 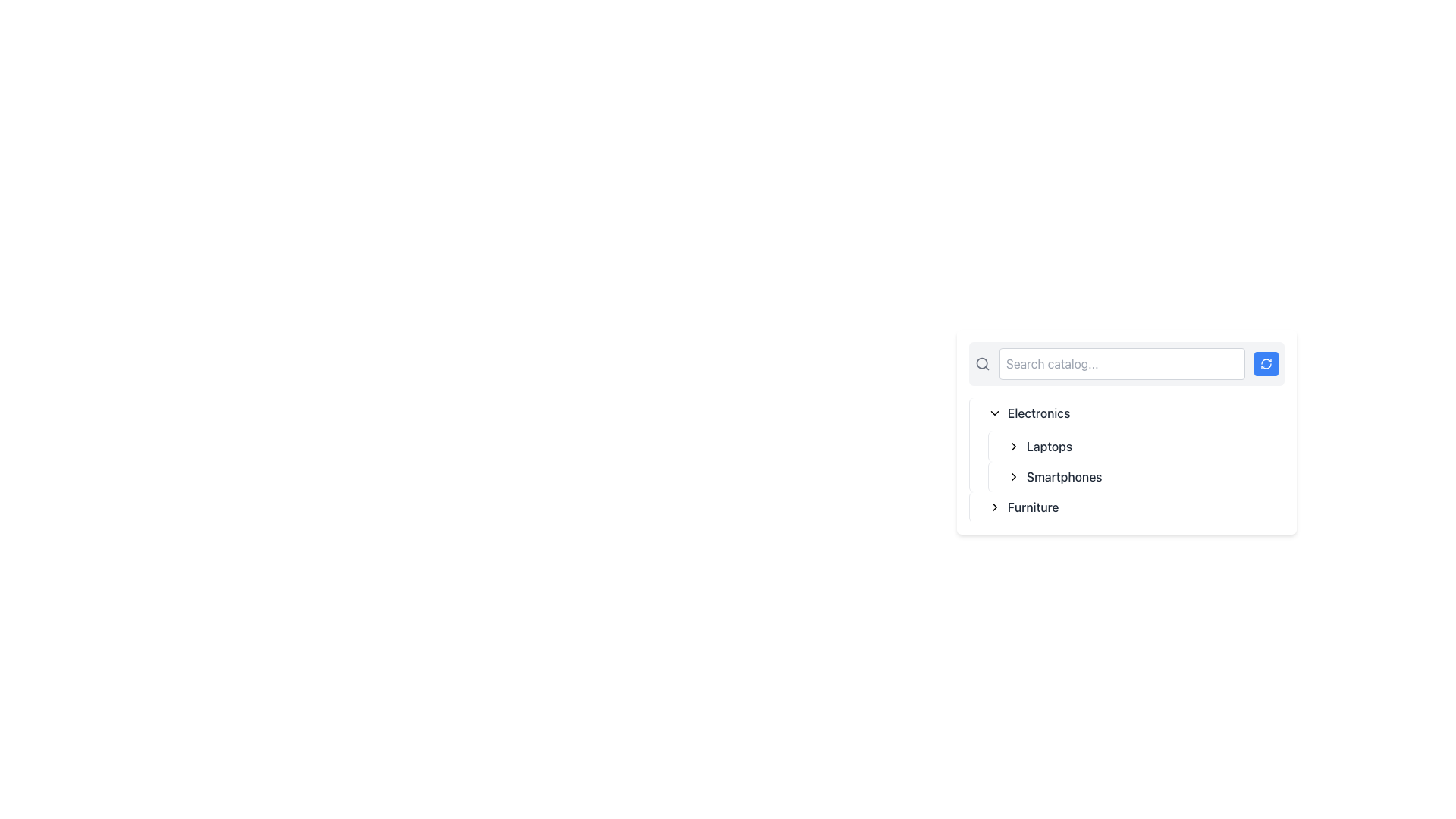 What do you see at coordinates (1038, 413) in the screenshot?
I see `the 'Electronics' text label` at bounding box center [1038, 413].